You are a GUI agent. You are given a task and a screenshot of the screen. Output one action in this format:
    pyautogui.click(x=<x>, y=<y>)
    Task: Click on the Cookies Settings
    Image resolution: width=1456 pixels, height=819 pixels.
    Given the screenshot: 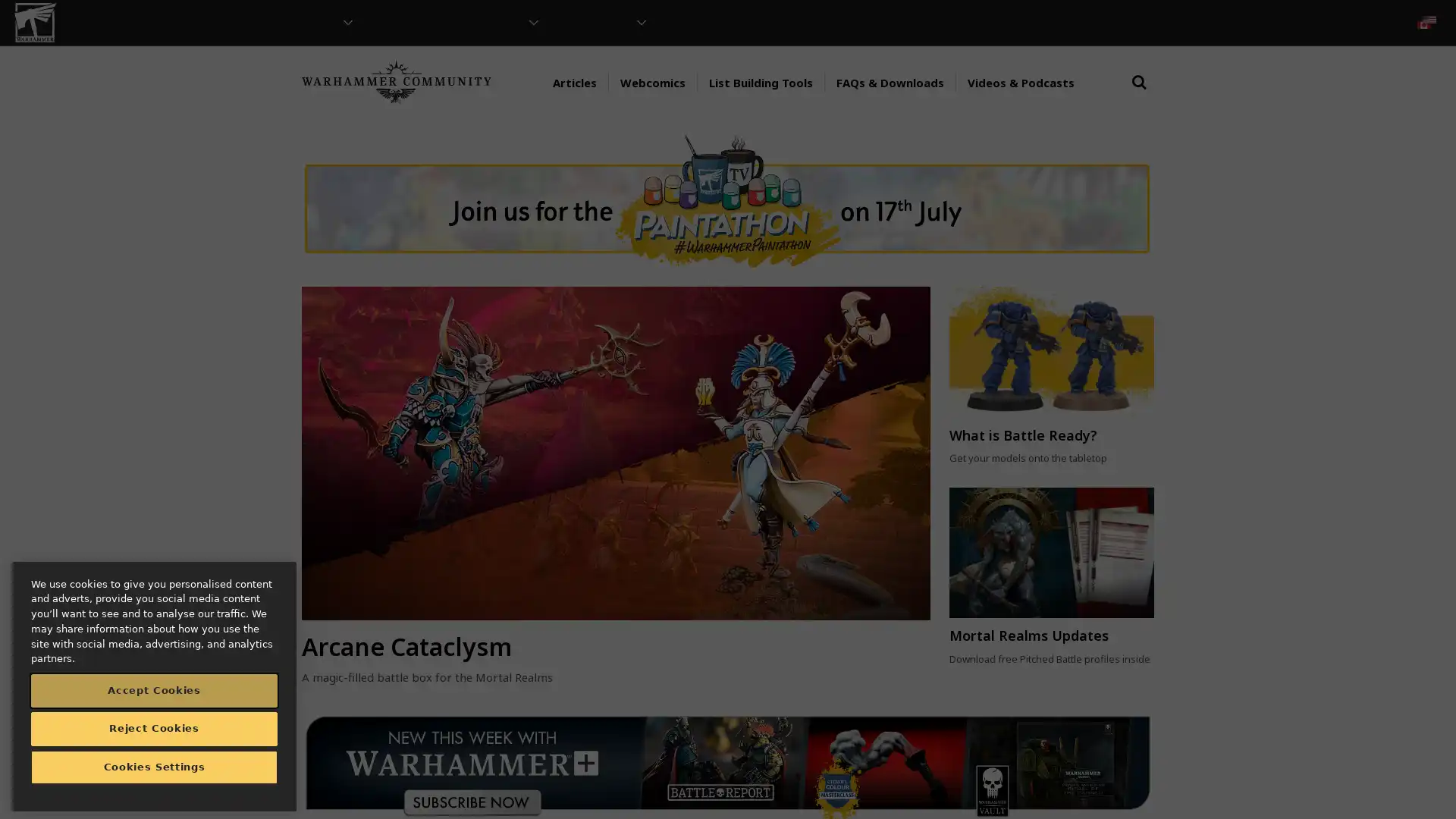 What is the action you would take?
    pyautogui.click(x=154, y=767)
    